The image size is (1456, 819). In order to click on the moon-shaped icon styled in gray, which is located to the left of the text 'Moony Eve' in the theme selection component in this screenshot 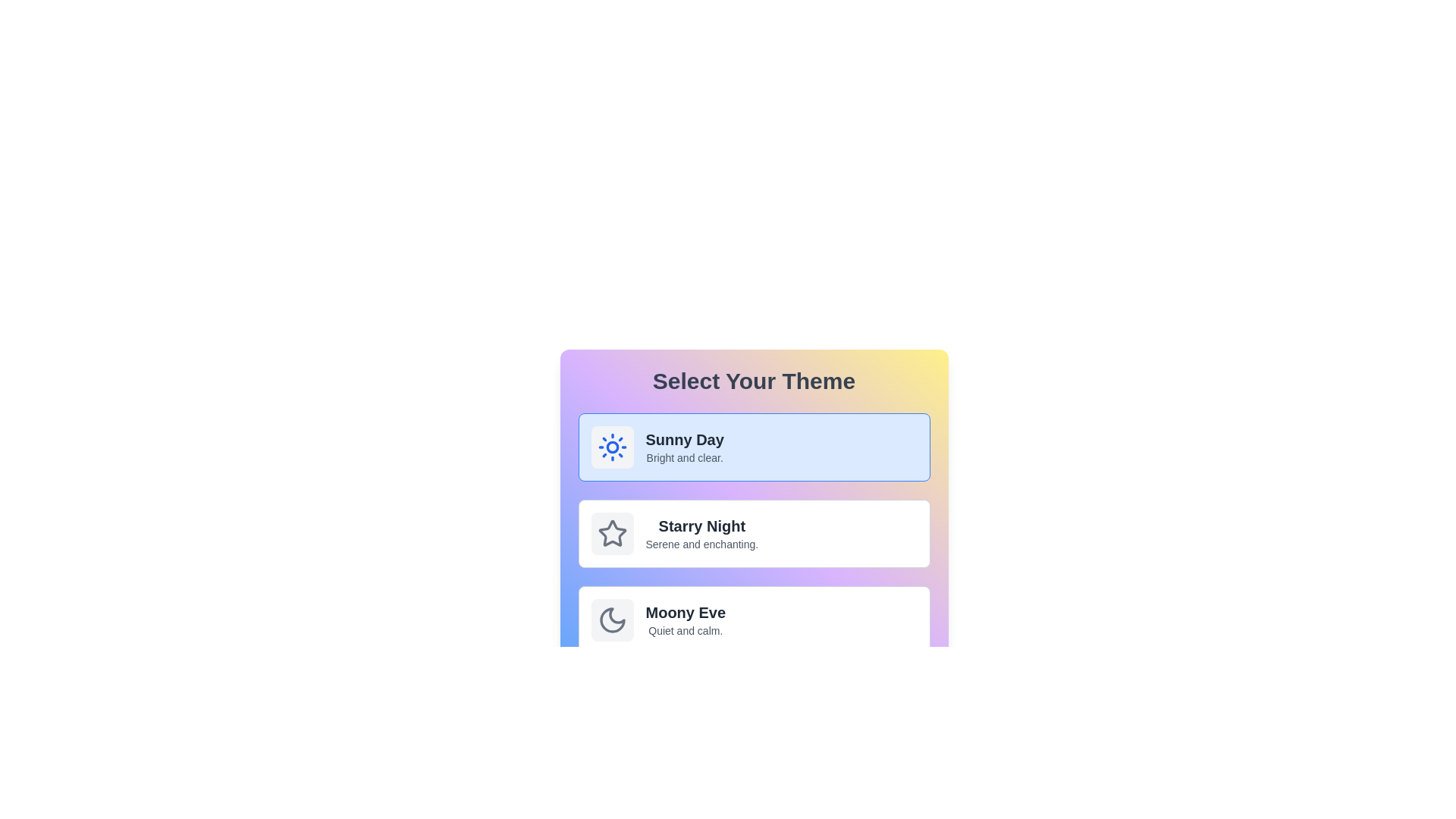, I will do `click(612, 620)`.